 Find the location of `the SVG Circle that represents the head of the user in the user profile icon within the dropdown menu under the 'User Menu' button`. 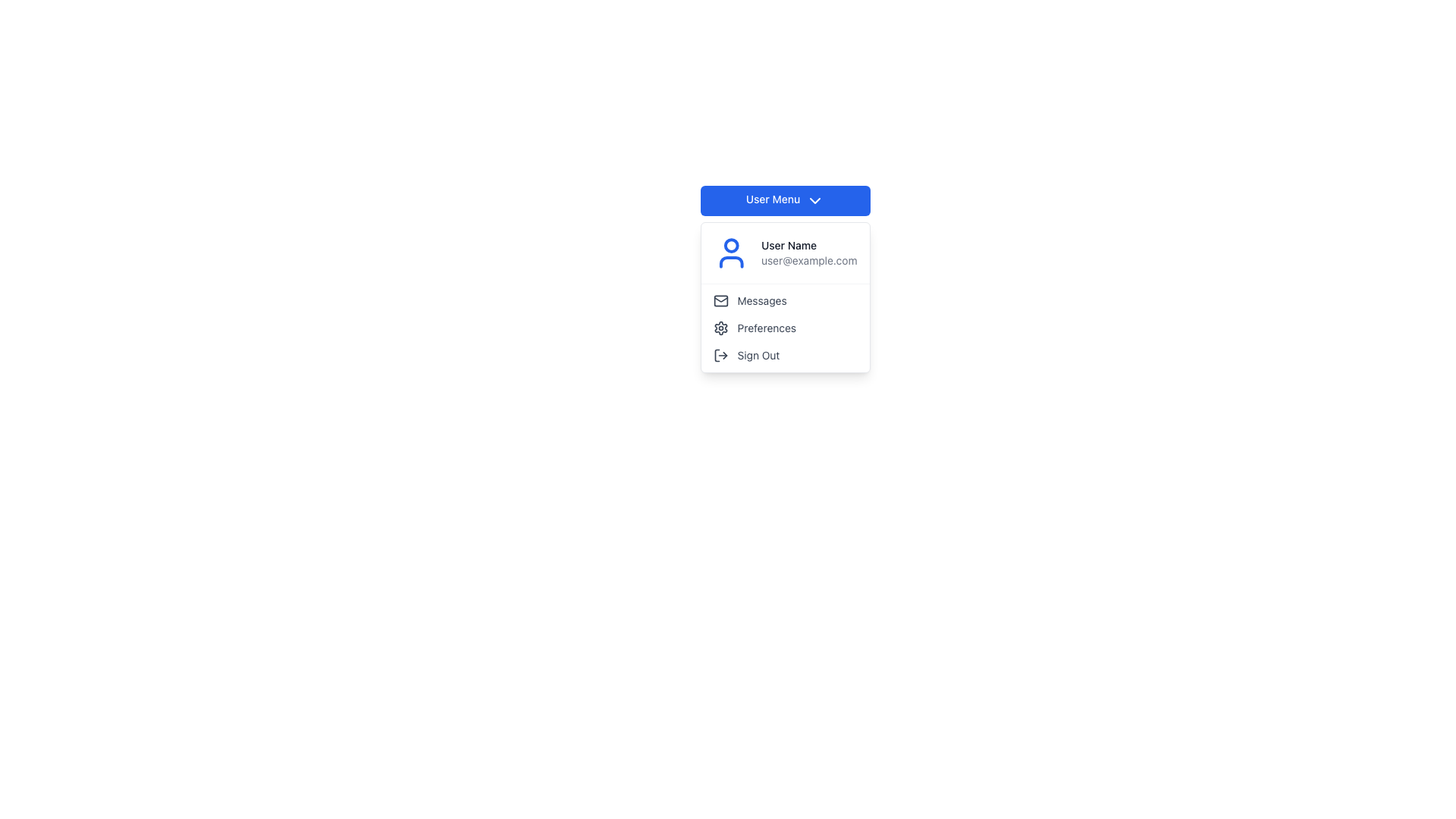

the SVG Circle that represents the head of the user in the user profile icon within the dropdown menu under the 'User Menu' button is located at coordinates (731, 245).